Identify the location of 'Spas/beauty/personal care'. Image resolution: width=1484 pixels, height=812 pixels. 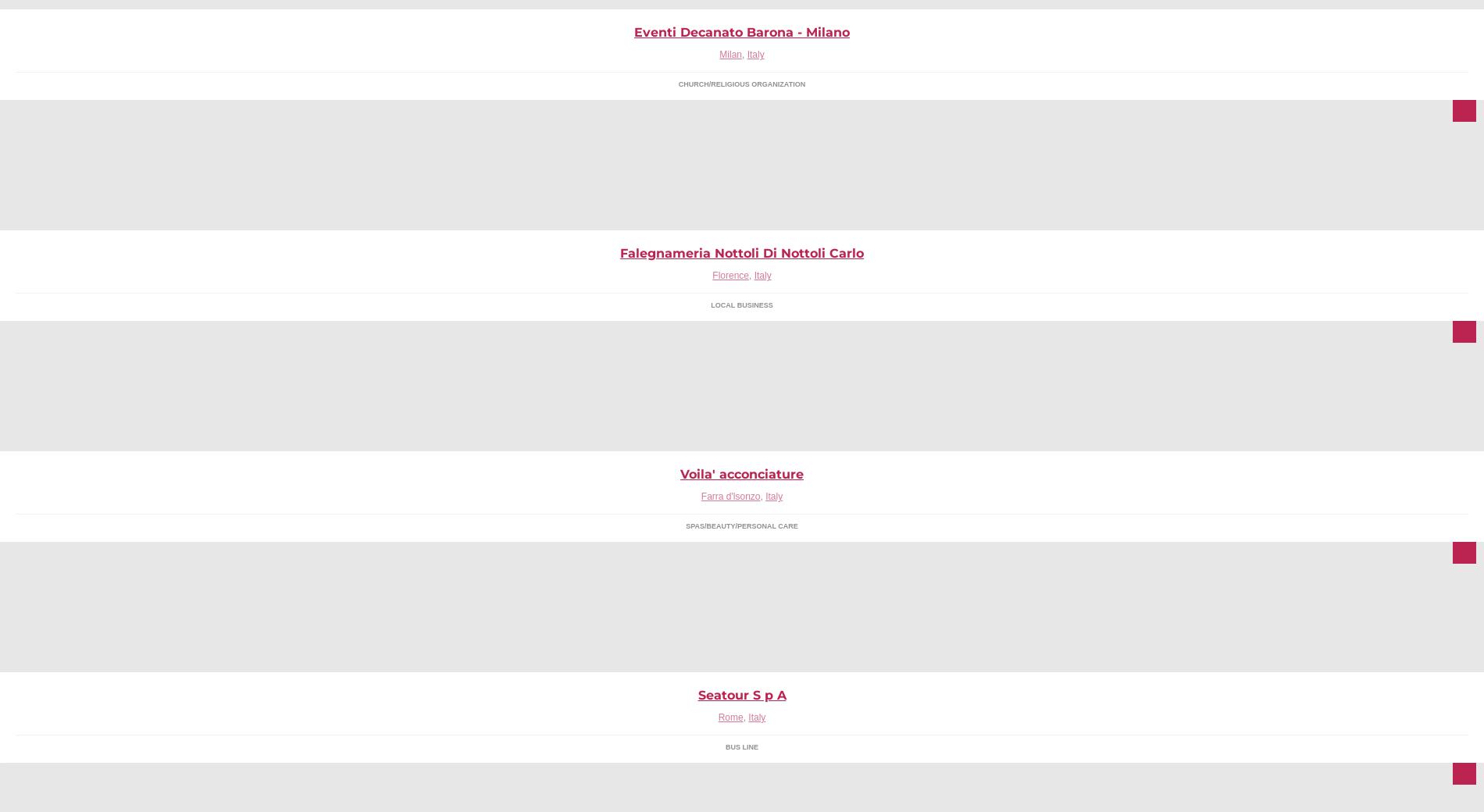
(740, 526).